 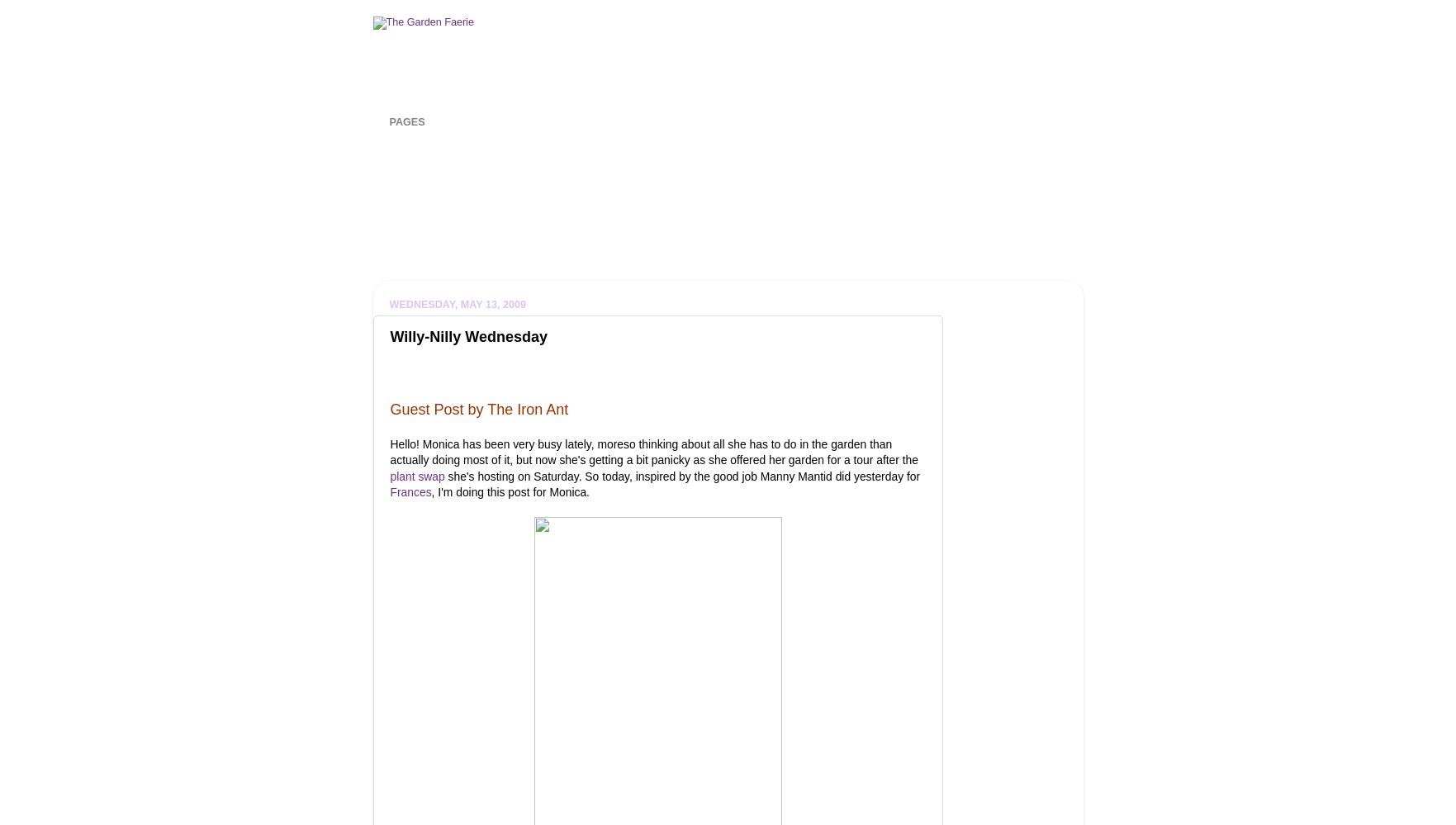 I want to click on 'Hello! Monica has been very busy lately, moreso thinking about all she has to do in the garden than actually doing most of it, but now she's getting a bit panicky as she offered her garden for a tour after the', so click(x=653, y=450).